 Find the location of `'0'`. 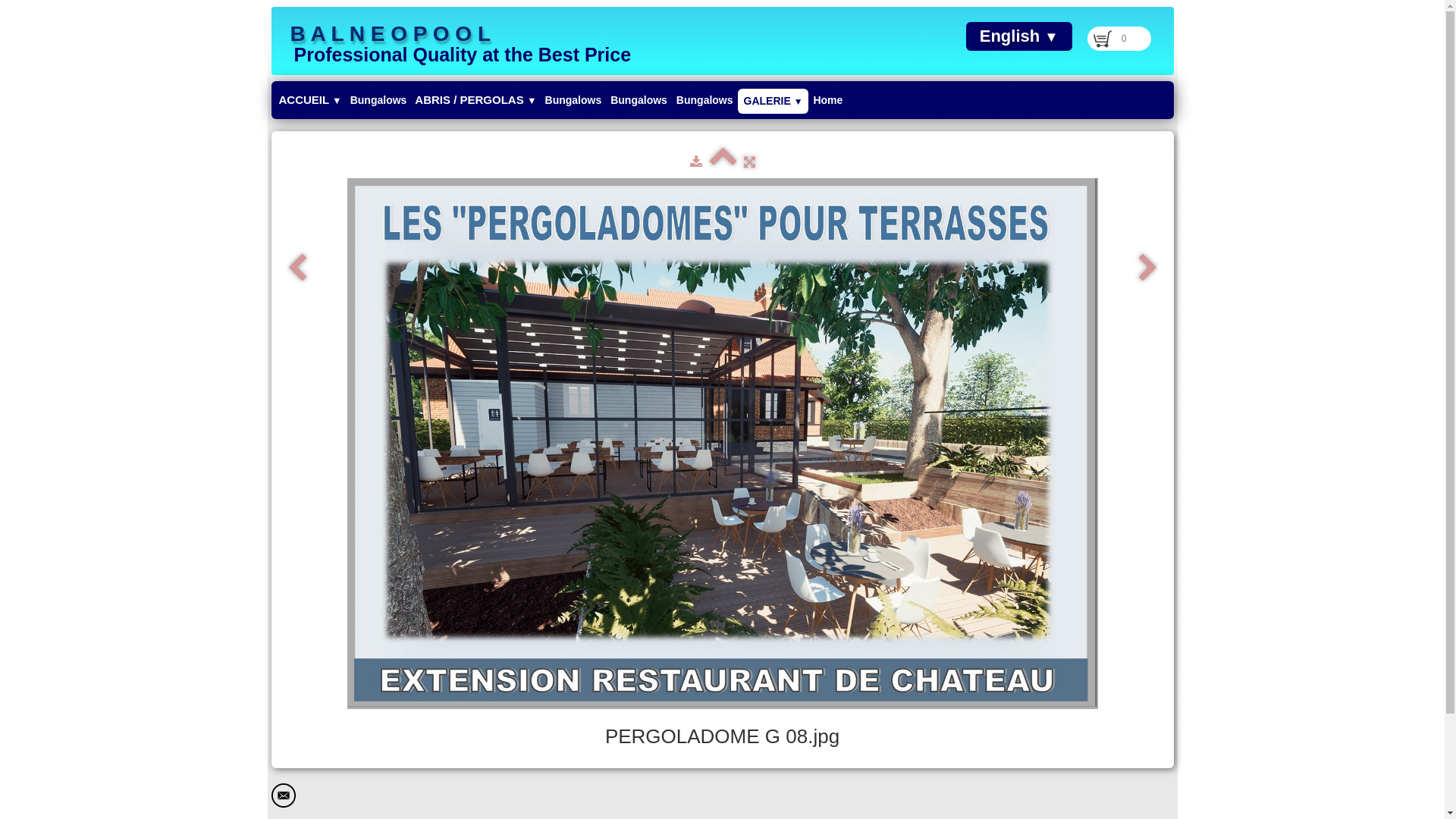

'0' is located at coordinates (1087, 37).